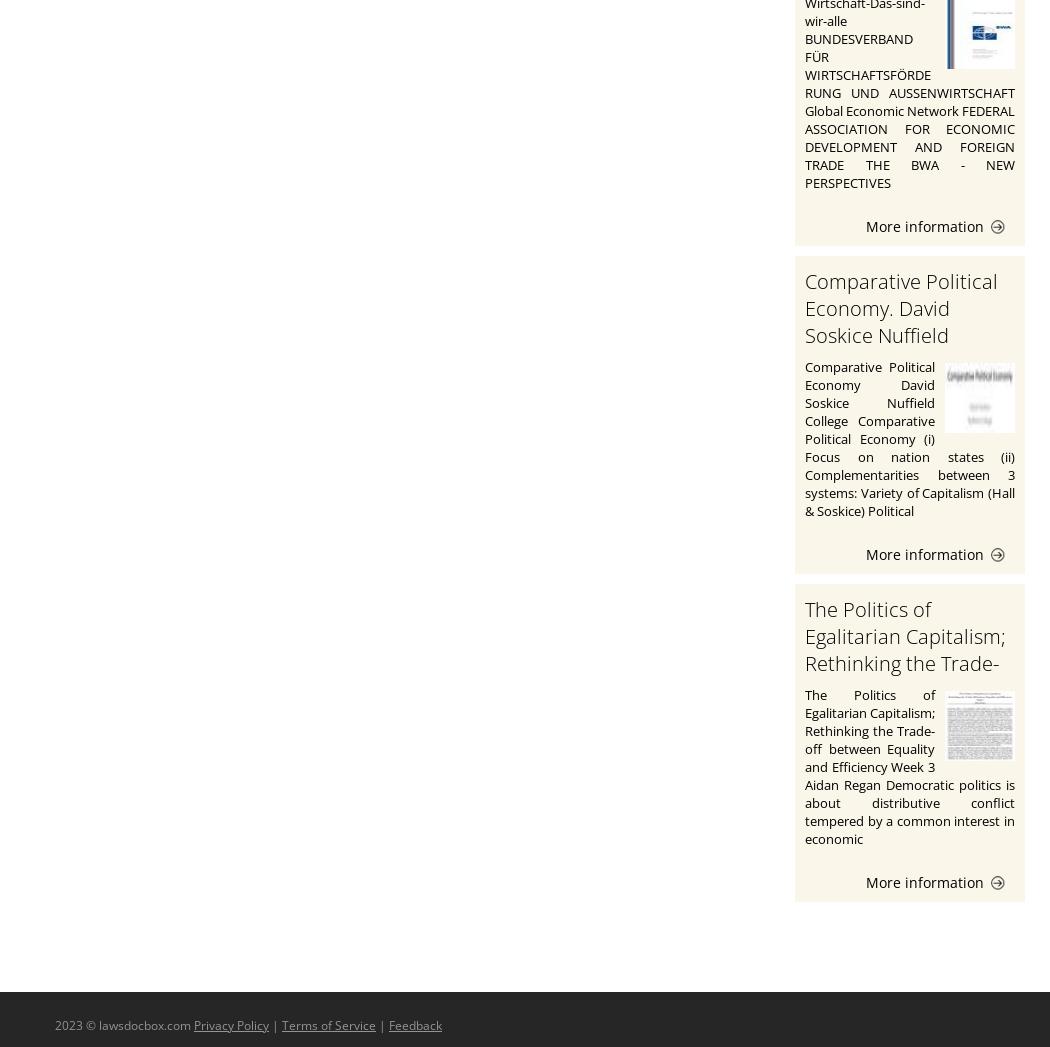 Image resolution: width=1050 pixels, height=1047 pixels. I want to click on 'The Politics of Egalitarian Capitalism; Rethinking the Trade-off between Equality and Efficiency', so click(905, 662).